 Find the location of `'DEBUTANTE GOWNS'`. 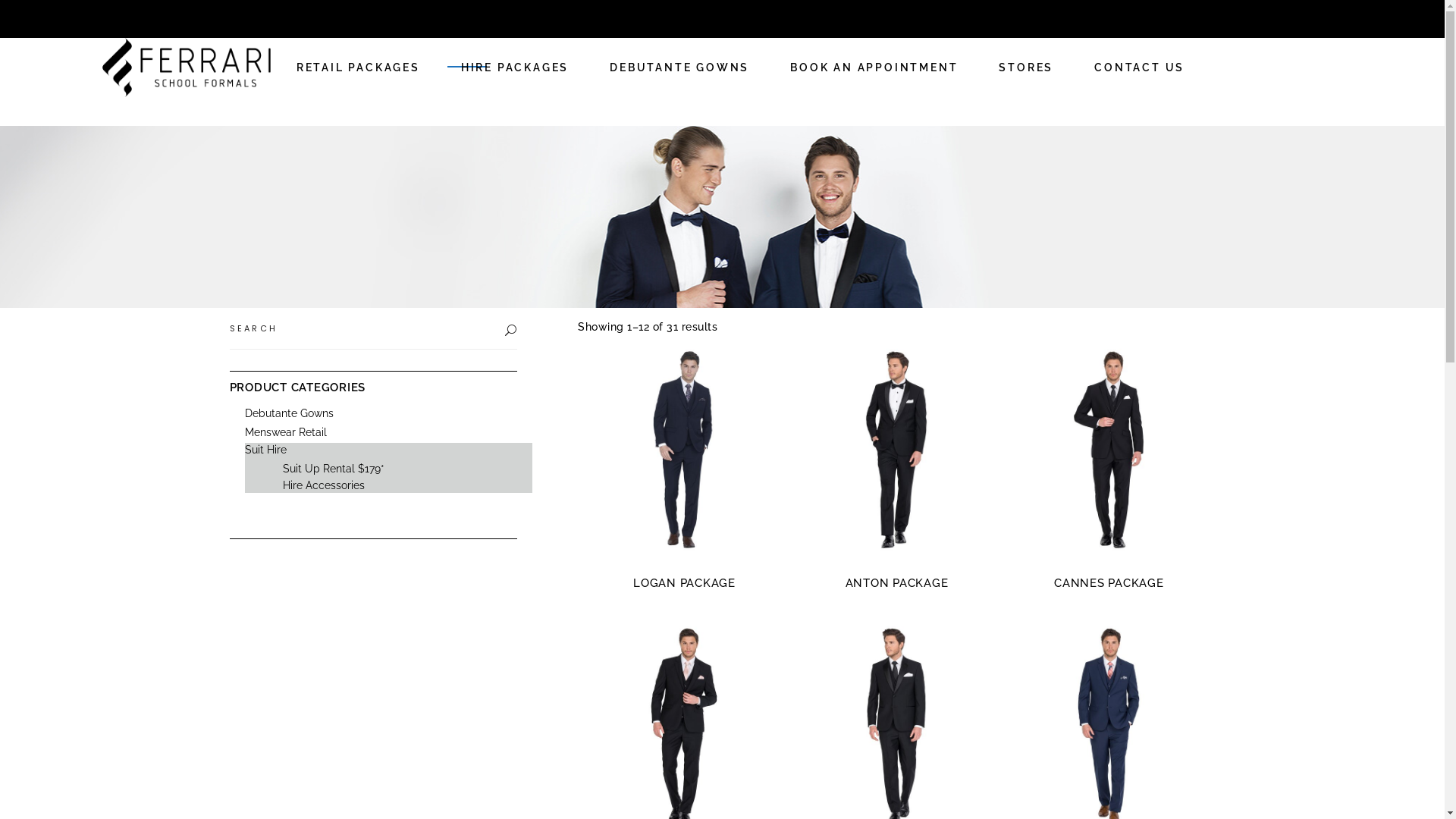

'DEBUTANTE GOWNS' is located at coordinates (588, 66).